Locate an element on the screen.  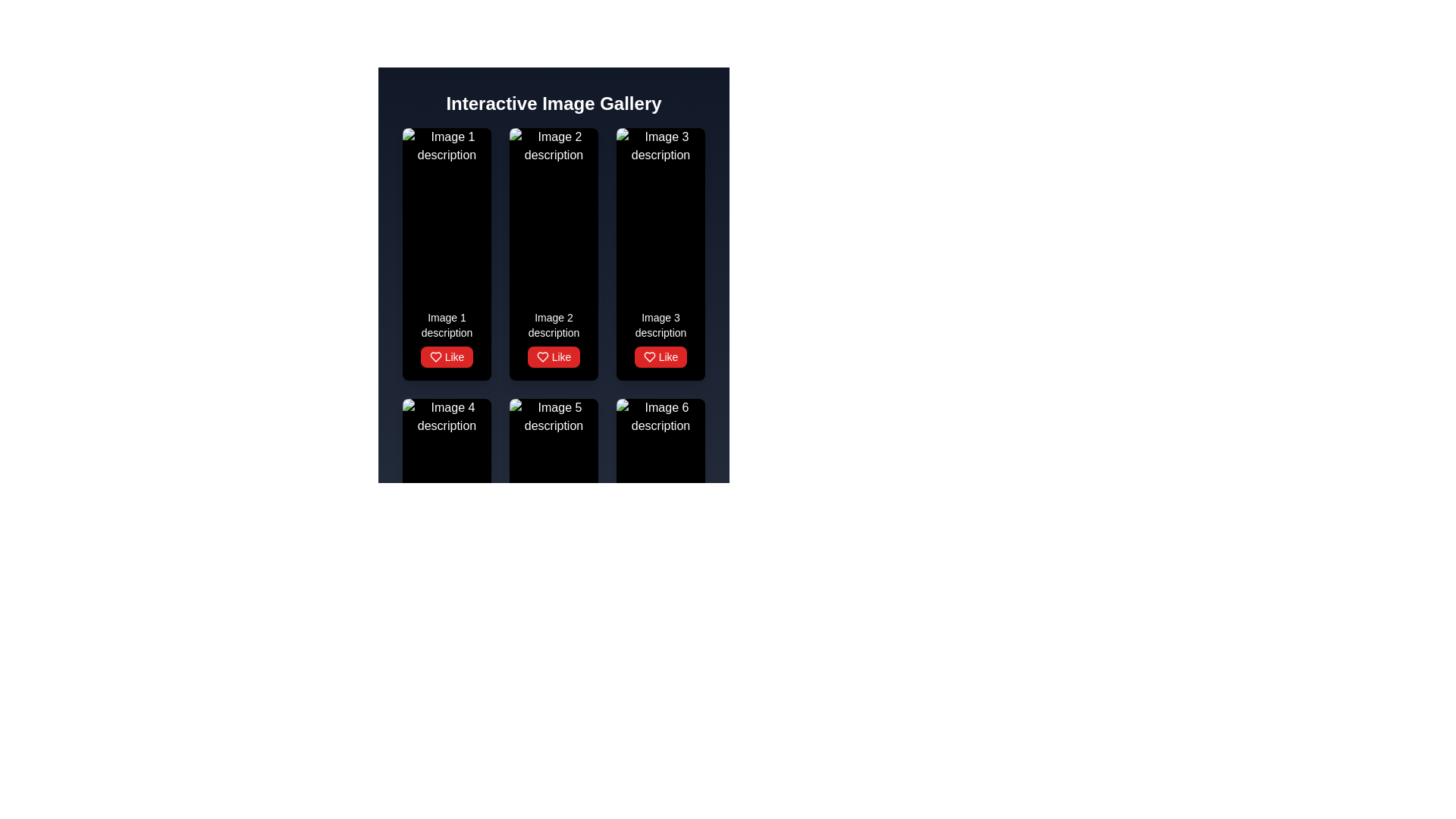
the interactive image in the first row and third column of the grid layout is located at coordinates (661, 213).